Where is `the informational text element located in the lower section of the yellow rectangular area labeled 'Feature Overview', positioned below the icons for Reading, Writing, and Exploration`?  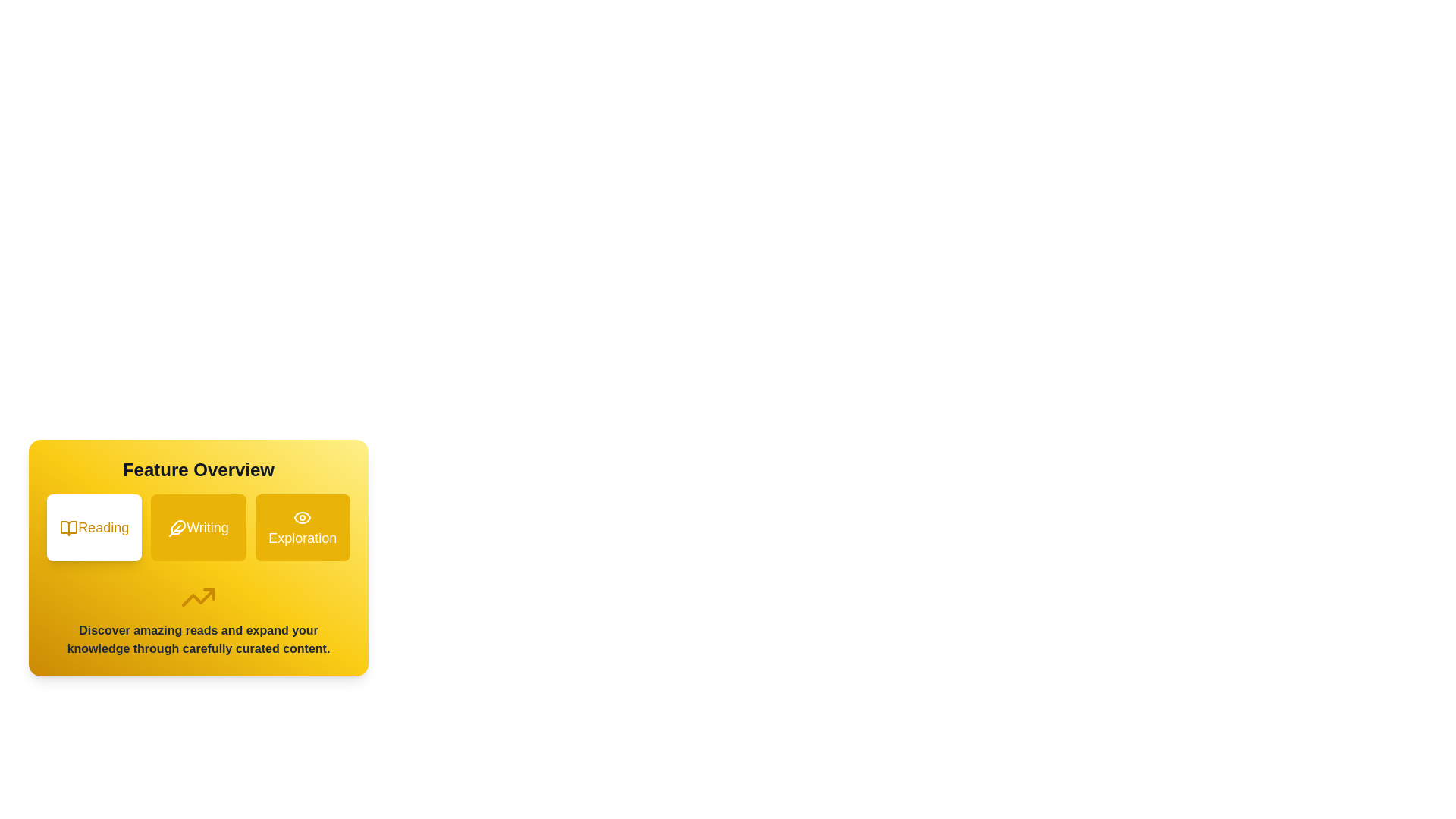
the informational text element located in the lower section of the yellow rectangular area labeled 'Feature Overview', positioned below the icons for Reading, Writing, and Exploration is located at coordinates (198, 640).